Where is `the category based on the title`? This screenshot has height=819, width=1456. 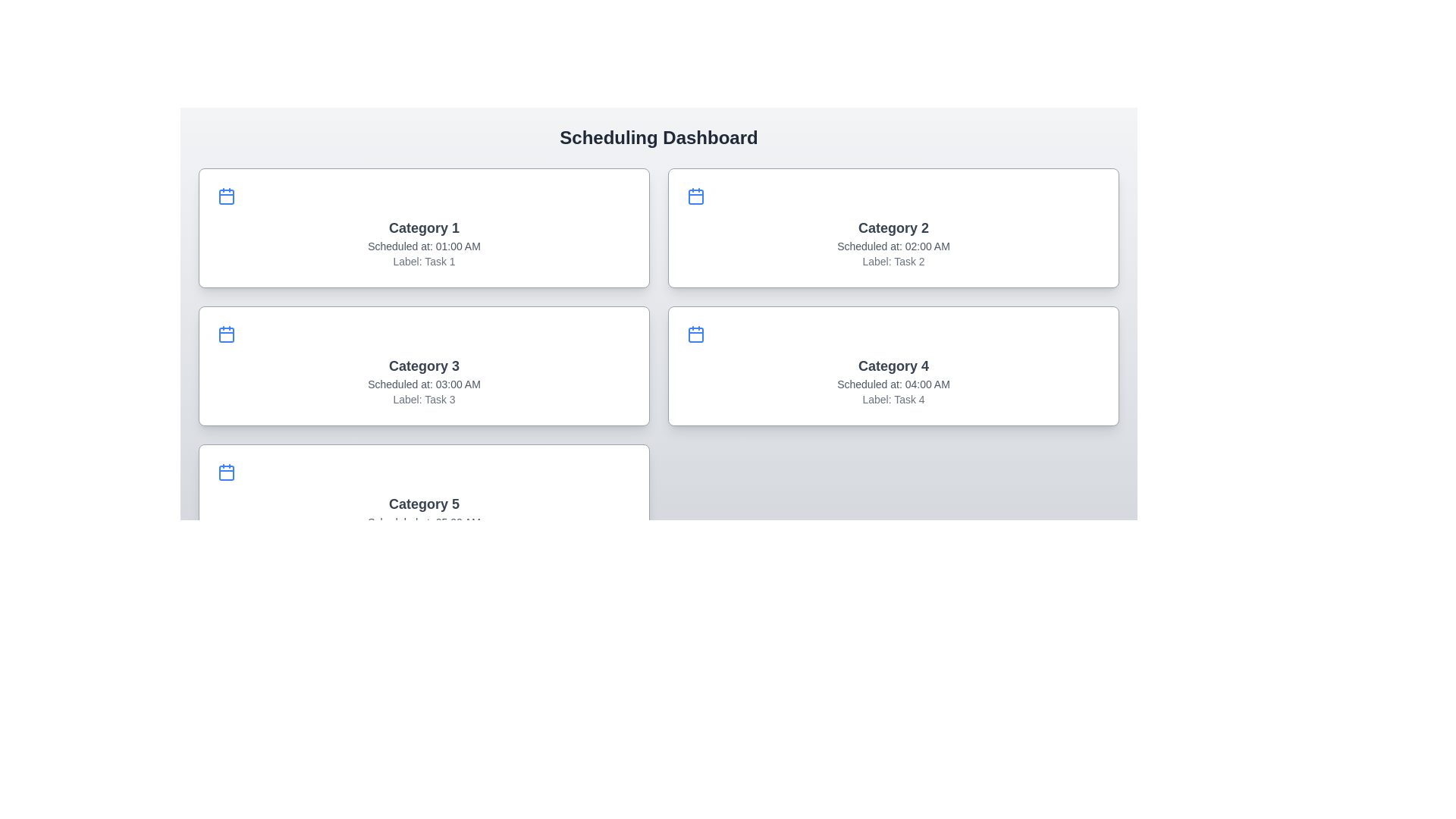 the category based on the title is located at coordinates (424, 227).